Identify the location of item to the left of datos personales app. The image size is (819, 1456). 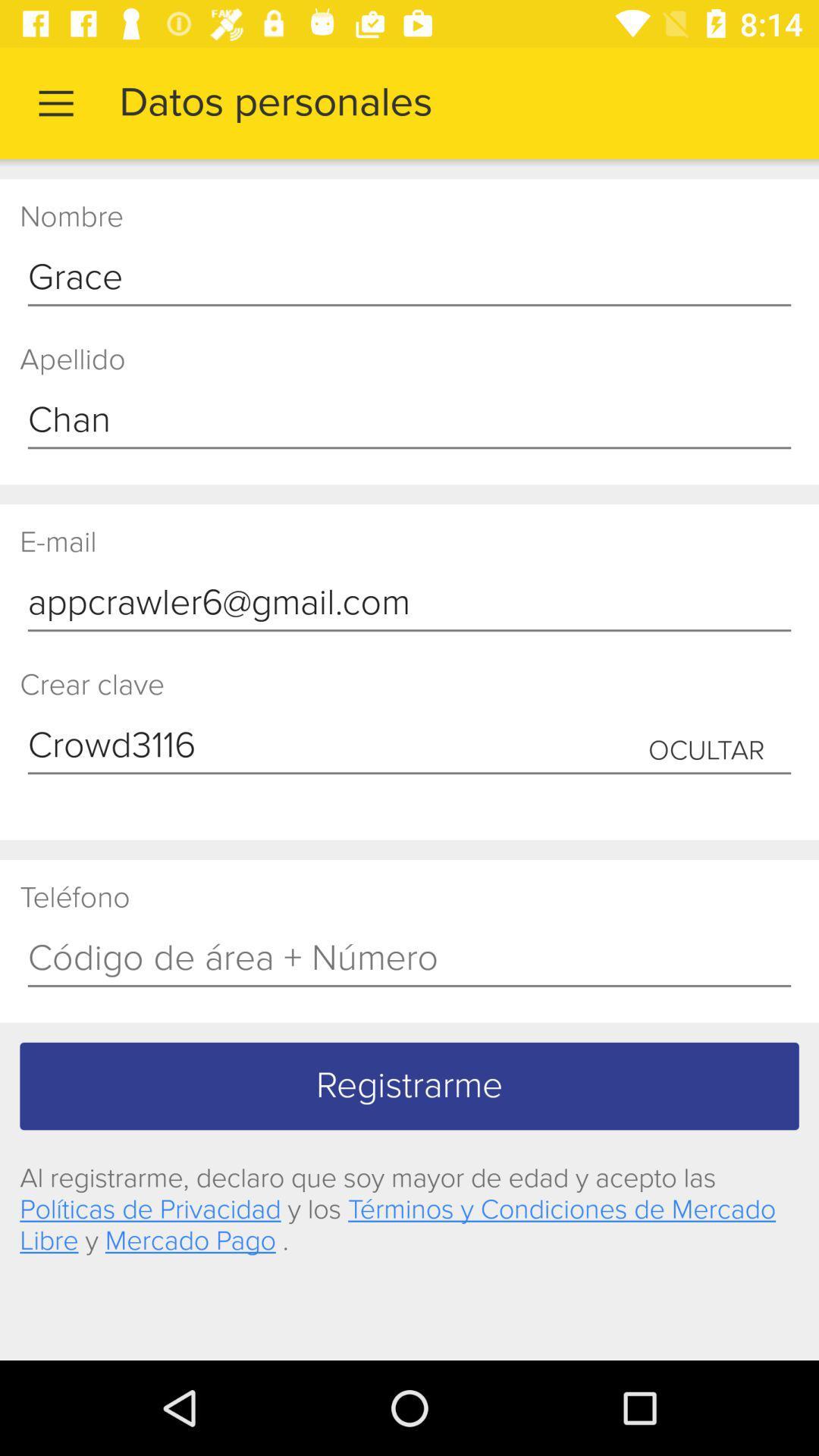
(55, 102).